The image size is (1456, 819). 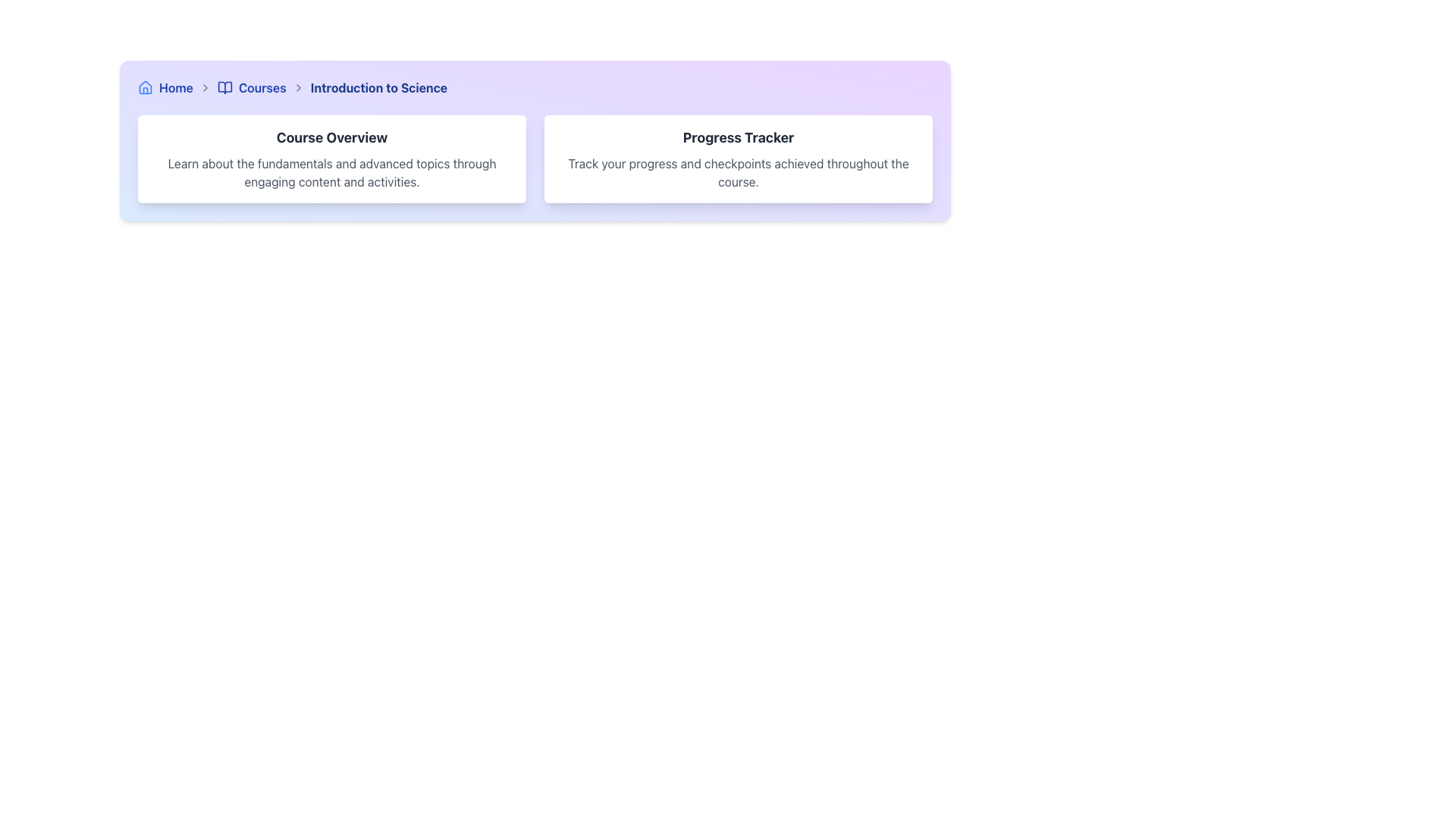 I want to click on the third chevron icon in the breadcrumb navigation bar, which separates the 'Courses' link from the 'Introduction to Science' text, so click(x=298, y=87).